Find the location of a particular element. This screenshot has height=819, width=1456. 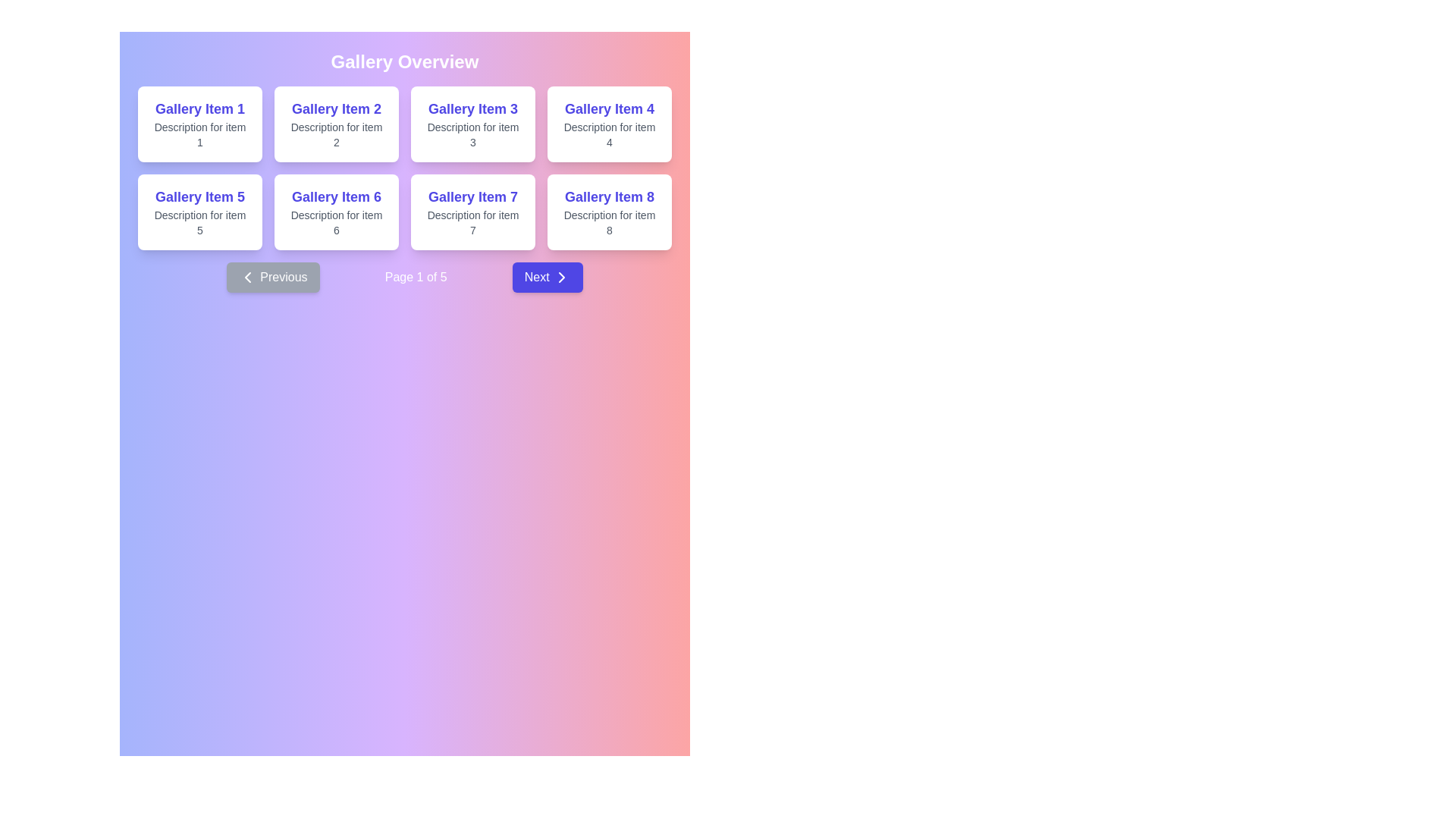

the bold text label that reads 'Gallery Item 6', which is prominently displayed in the sixth card of a grid layout is located at coordinates (336, 196).